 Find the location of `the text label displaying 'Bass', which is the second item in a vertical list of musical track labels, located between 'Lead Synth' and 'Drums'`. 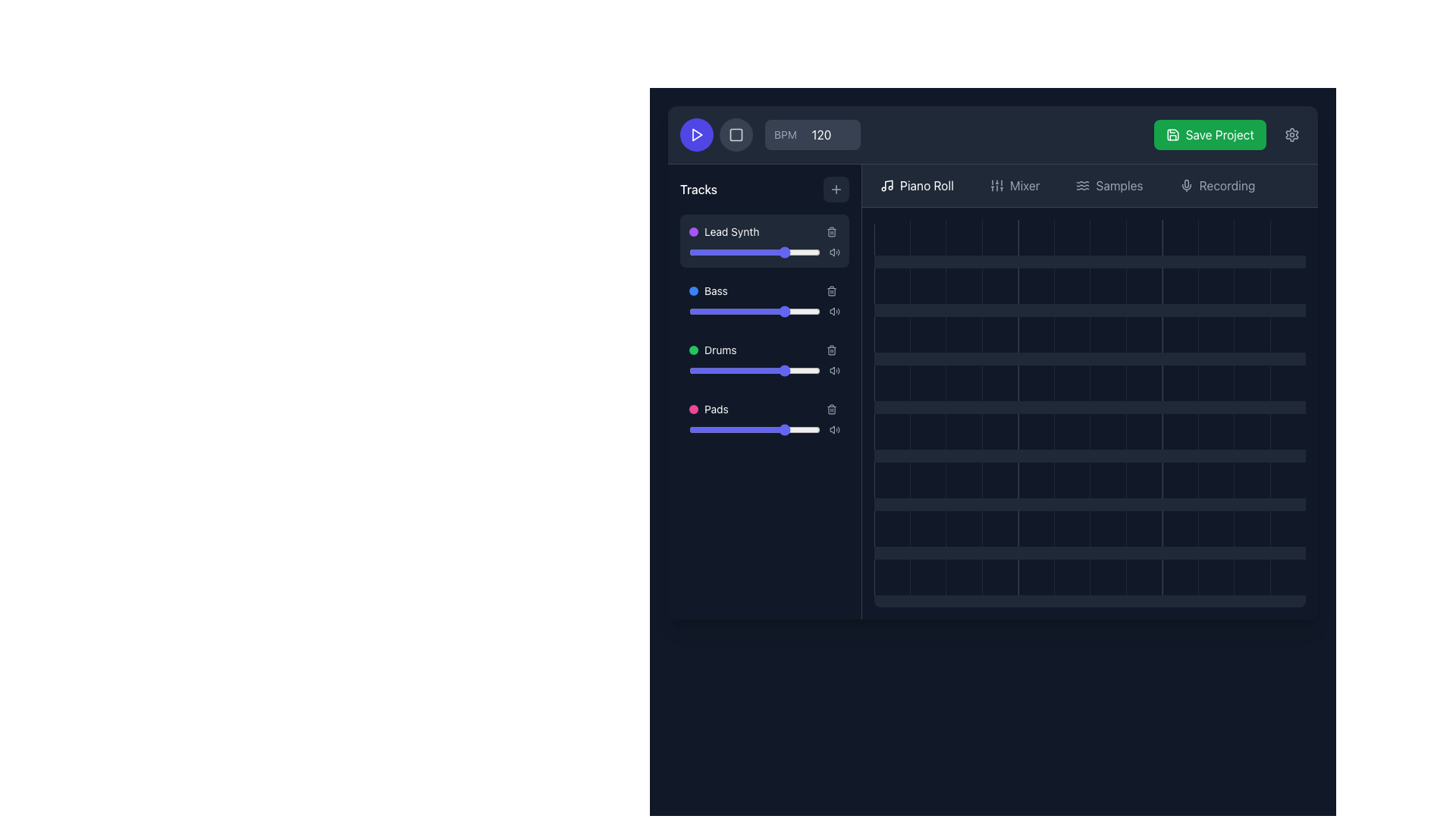

the text label displaying 'Bass', which is the second item in a vertical list of musical track labels, located between 'Lead Synth' and 'Drums' is located at coordinates (715, 291).